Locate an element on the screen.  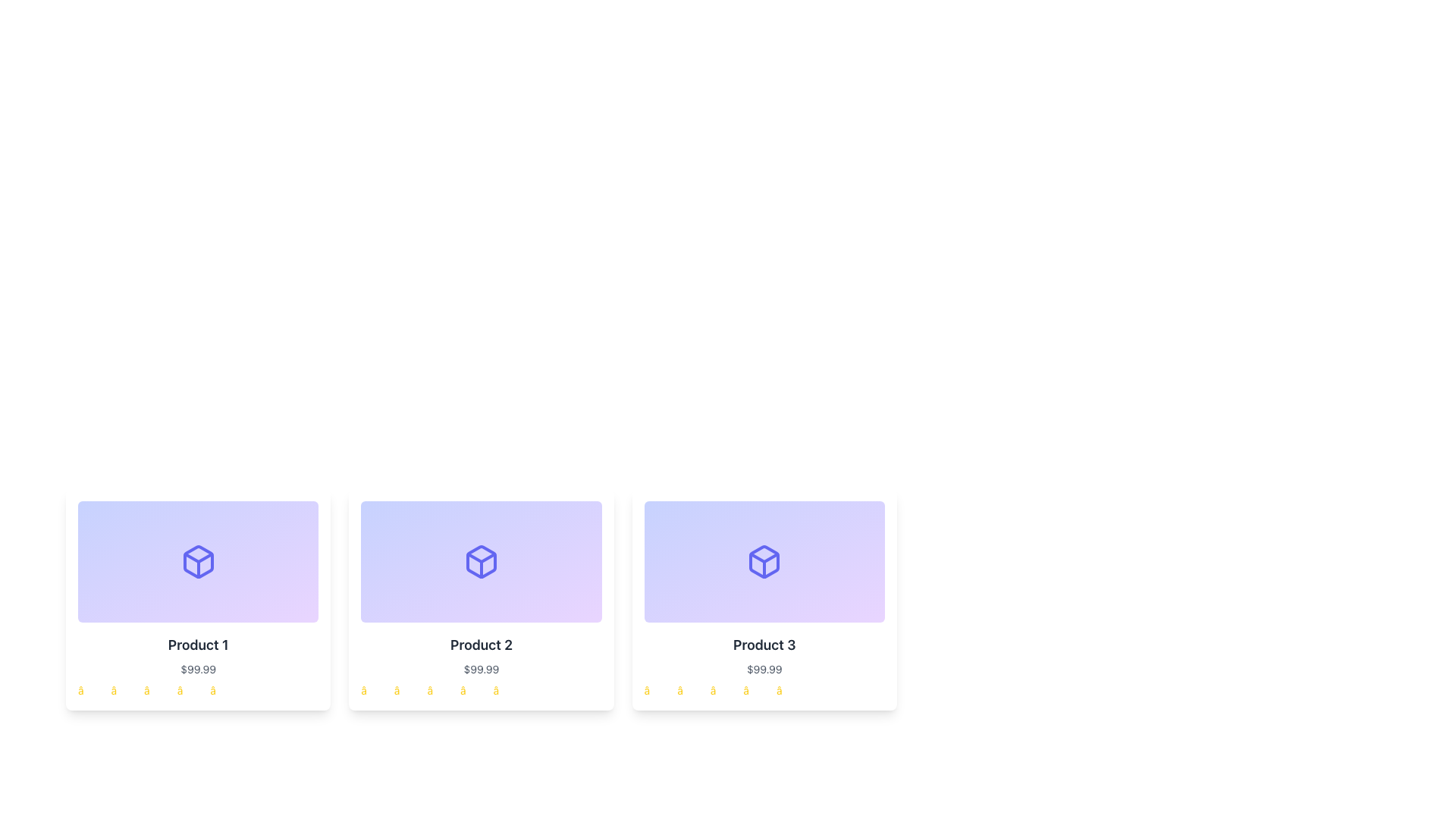
the product icon located at the top center of the second card titled 'Product 2' is located at coordinates (480, 561).